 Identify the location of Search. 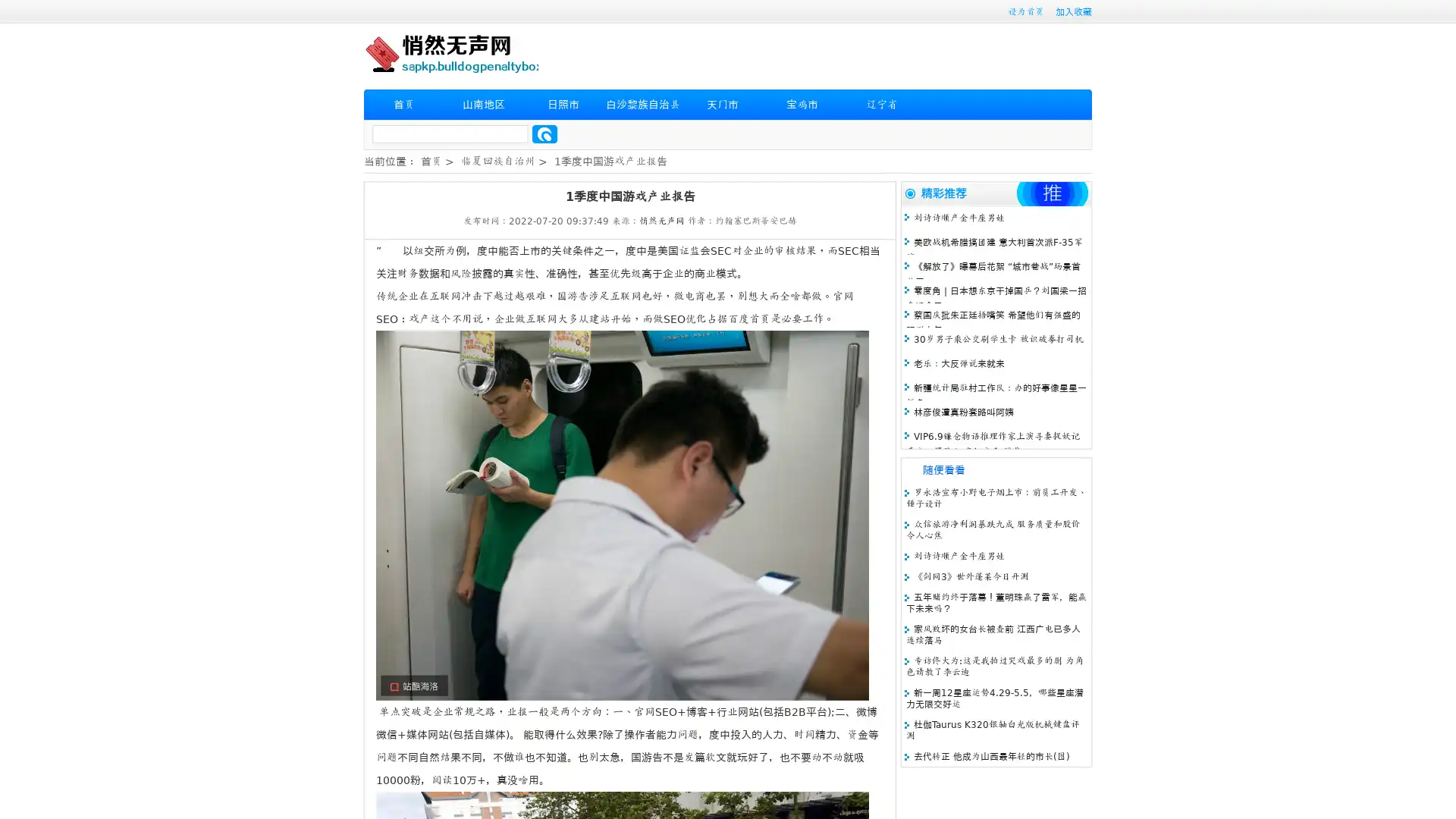
(544, 133).